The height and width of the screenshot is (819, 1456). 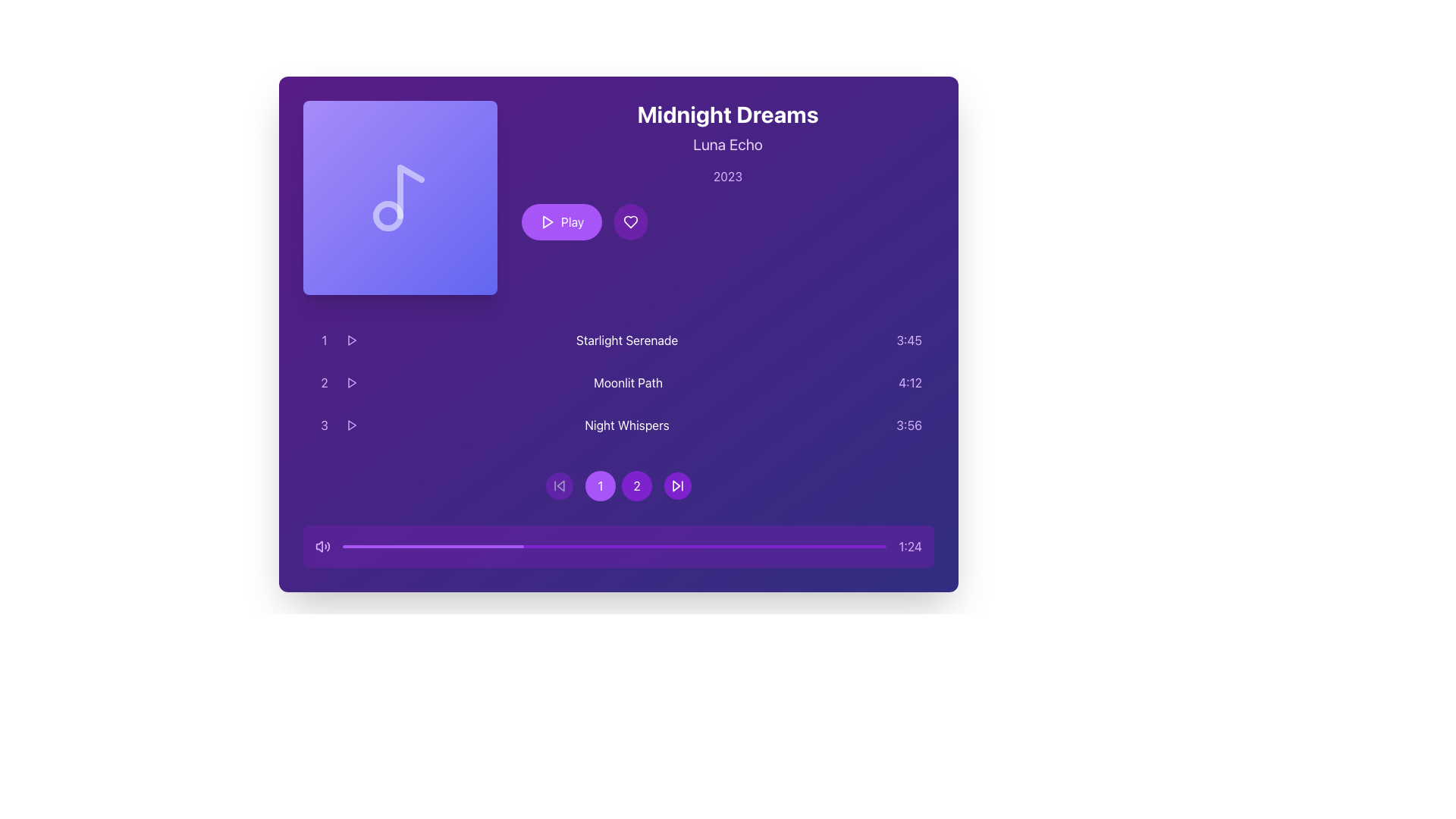 What do you see at coordinates (351, 339) in the screenshot?
I see `the right-facing triangular play button located to the left of the first track title in the playlist for track number '1'` at bounding box center [351, 339].